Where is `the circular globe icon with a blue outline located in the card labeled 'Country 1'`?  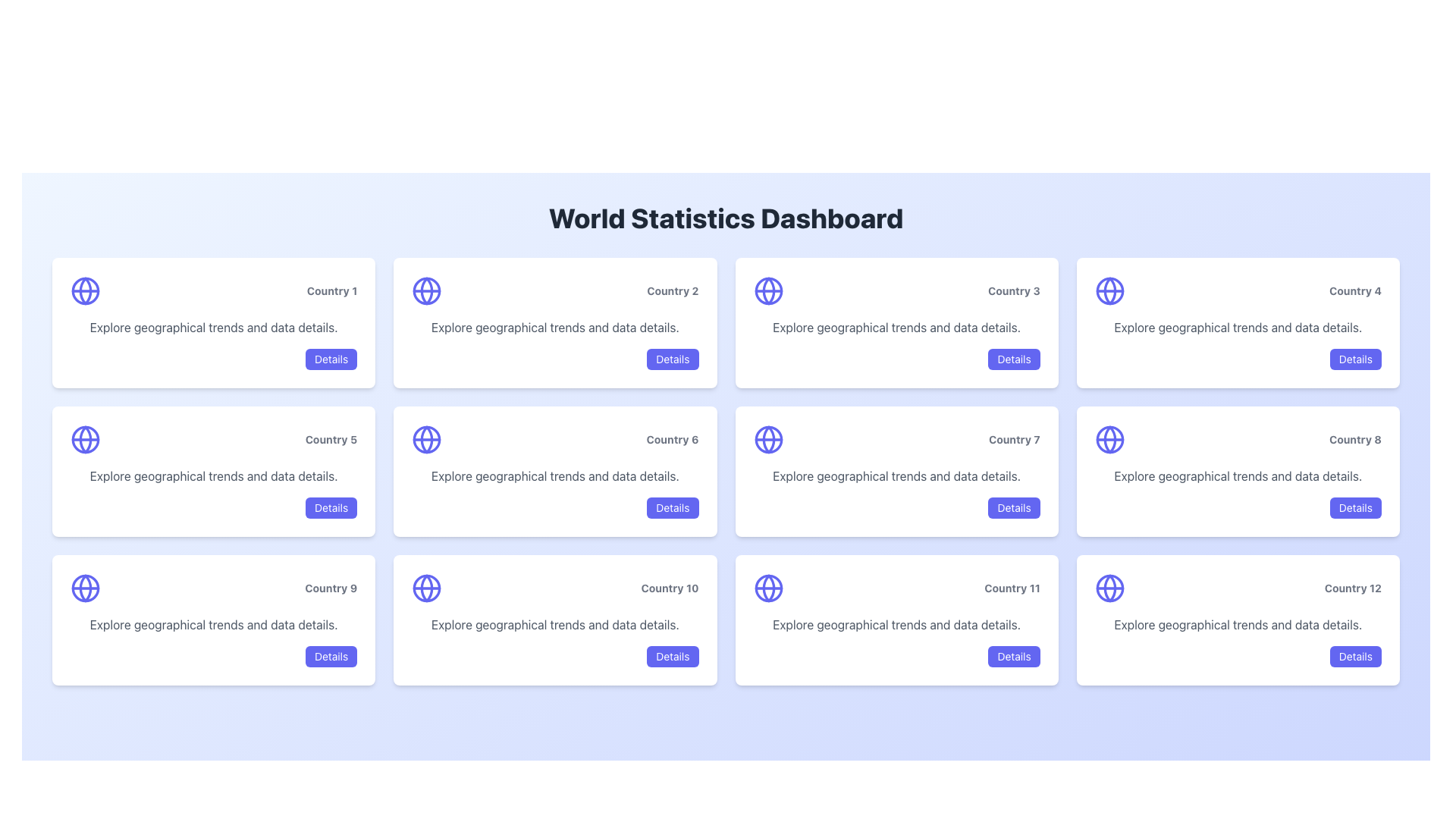
the circular globe icon with a blue outline located in the card labeled 'Country 1' is located at coordinates (85, 291).